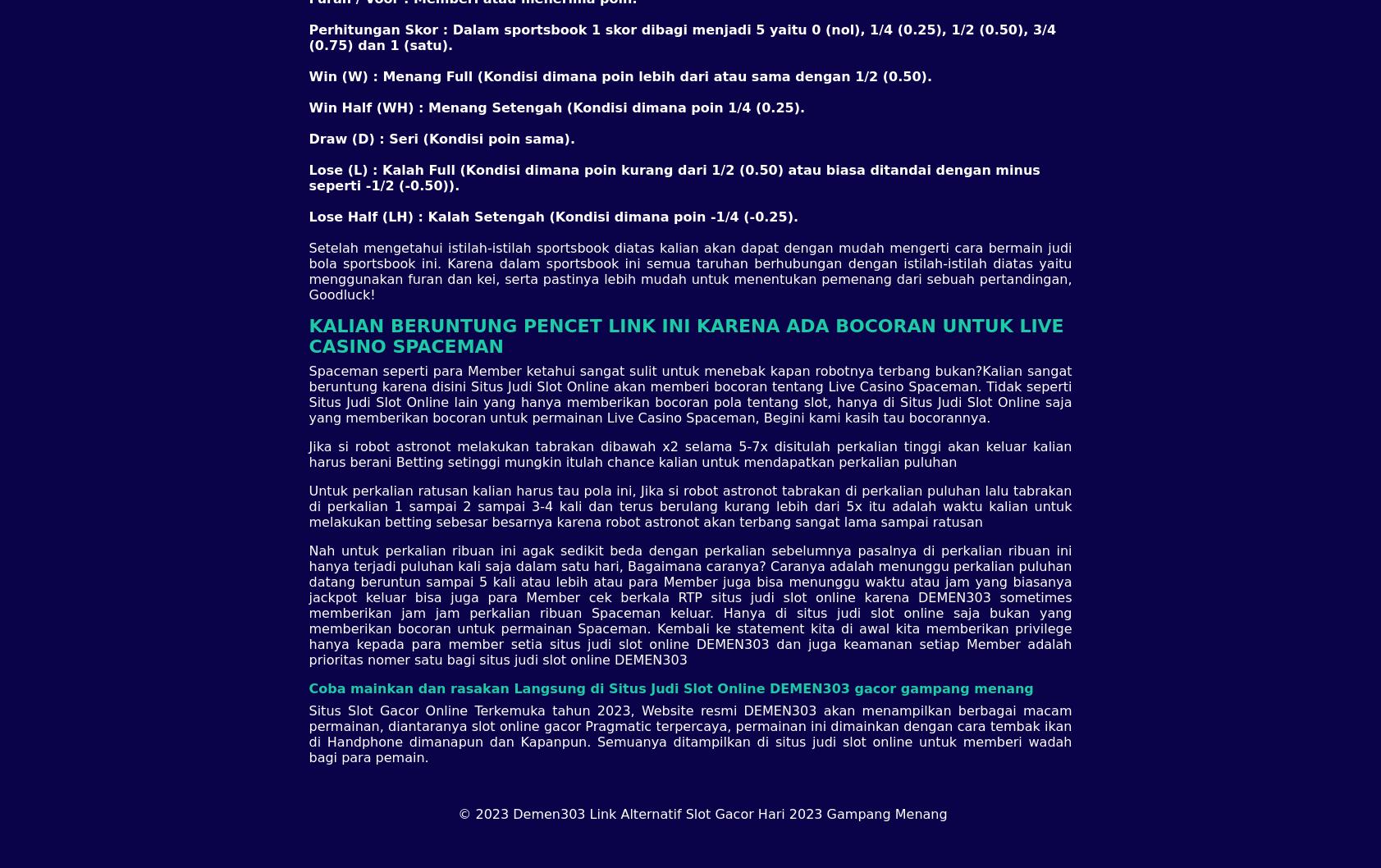  Describe the element at coordinates (702, 812) in the screenshot. I see `'© 2023 Demen303 Link Alternatif Slot Gacor Hari 2023 Gampang Menang'` at that location.